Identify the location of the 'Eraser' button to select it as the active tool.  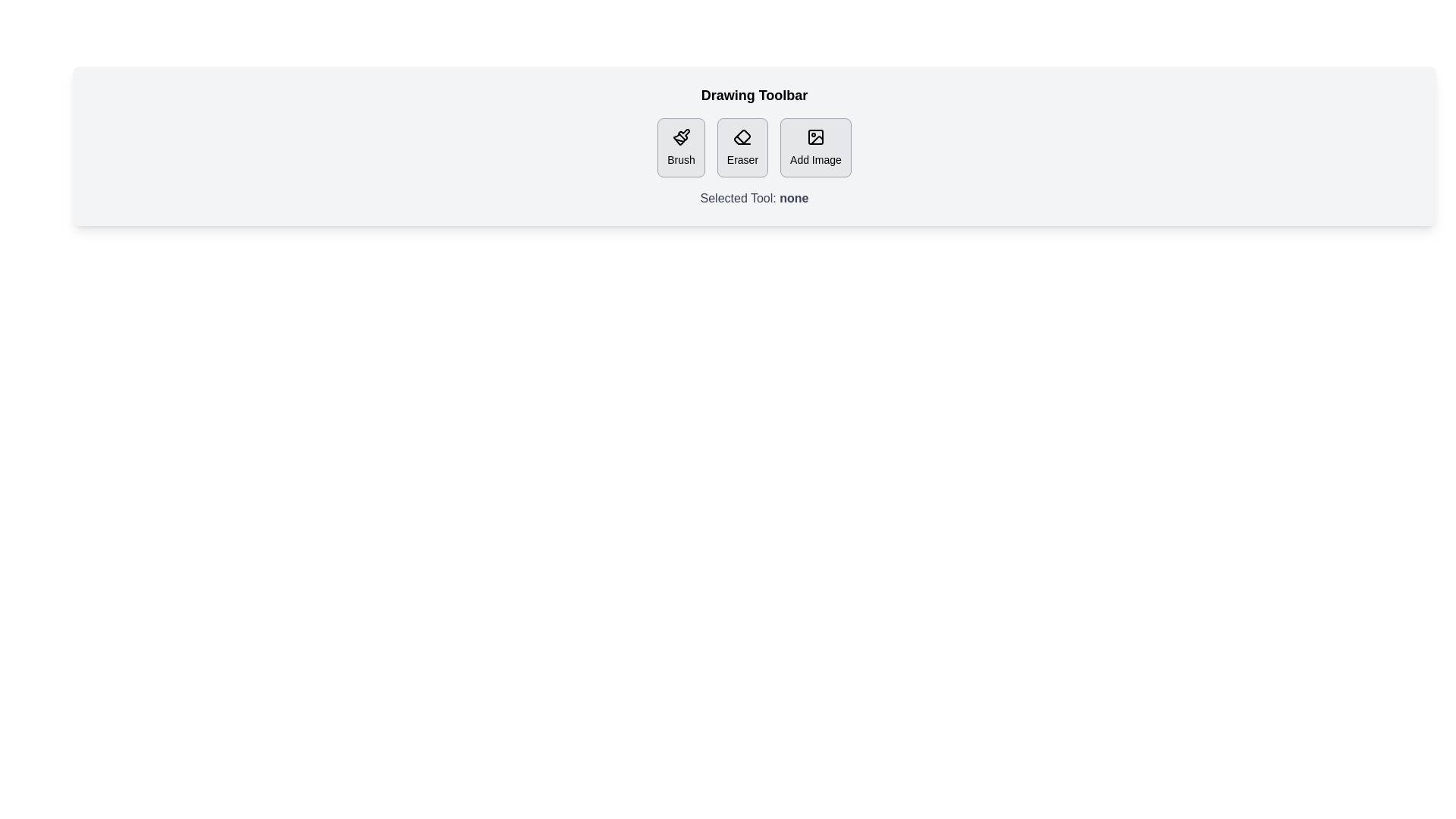
(742, 148).